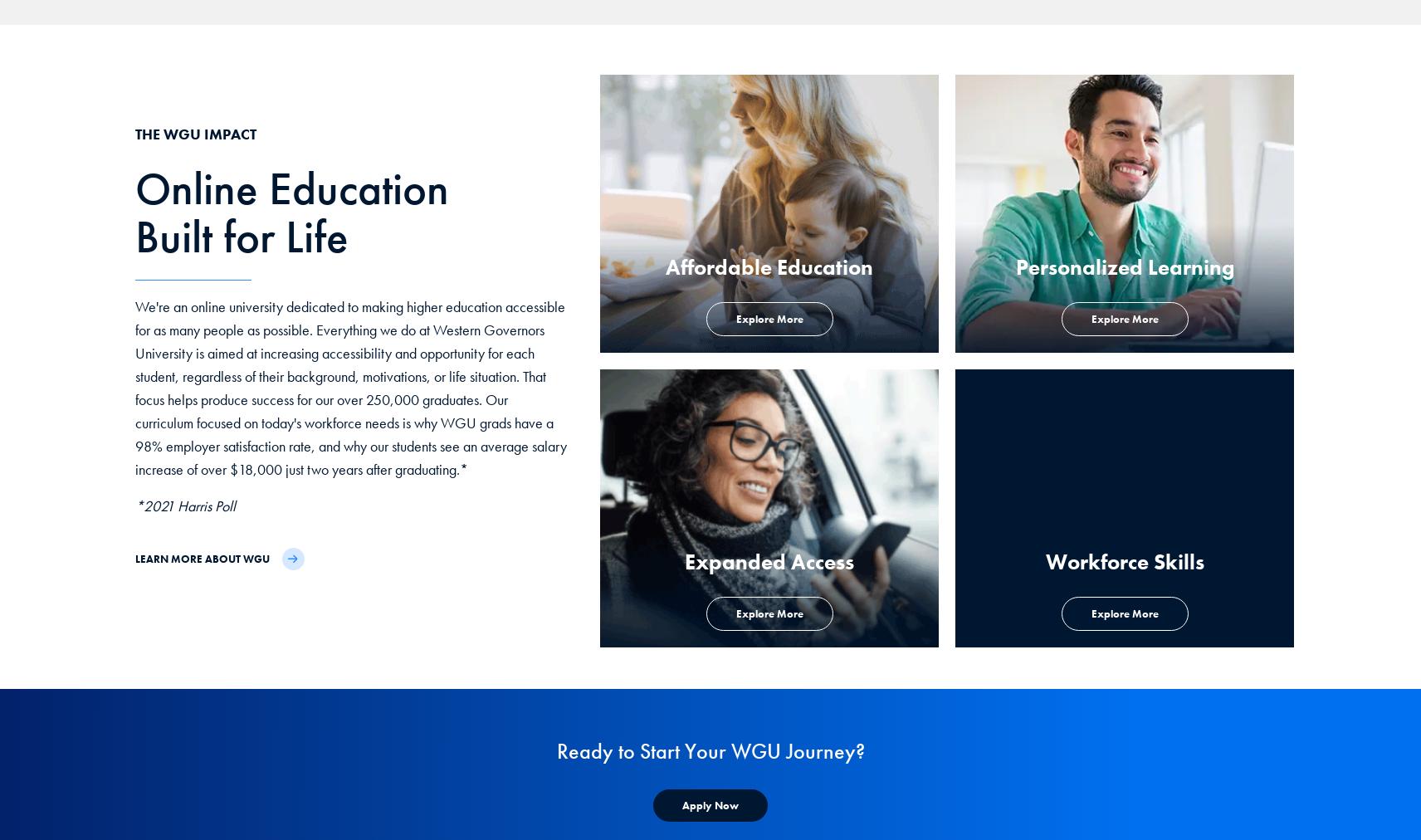  I want to click on 'LEARN MORE ABOUT WGU', so click(201, 558).